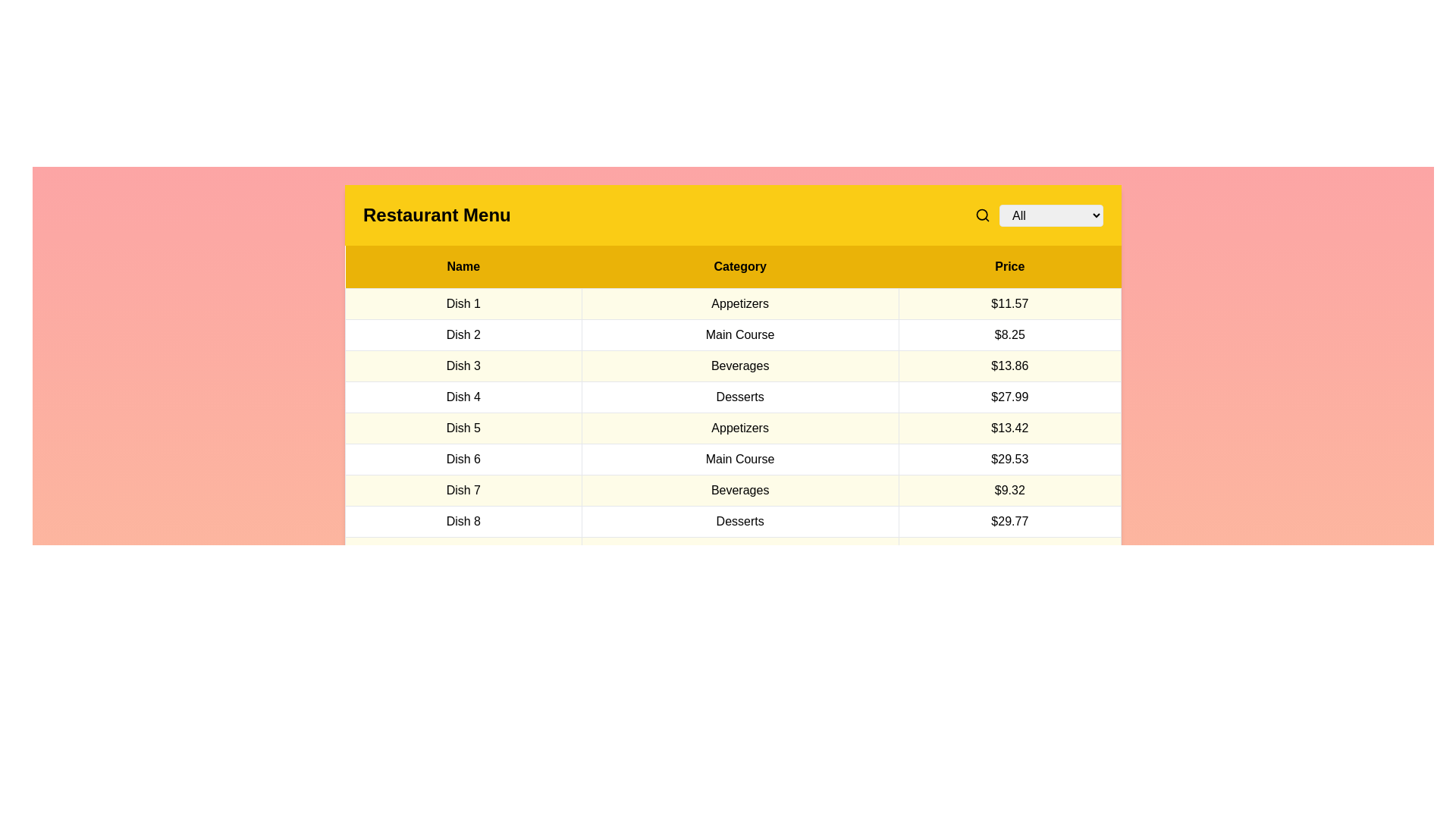 The image size is (1456, 819). Describe the element at coordinates (1050, 215) in the screenshot. I see `the category Beverages in the dropdown menu` at that location.